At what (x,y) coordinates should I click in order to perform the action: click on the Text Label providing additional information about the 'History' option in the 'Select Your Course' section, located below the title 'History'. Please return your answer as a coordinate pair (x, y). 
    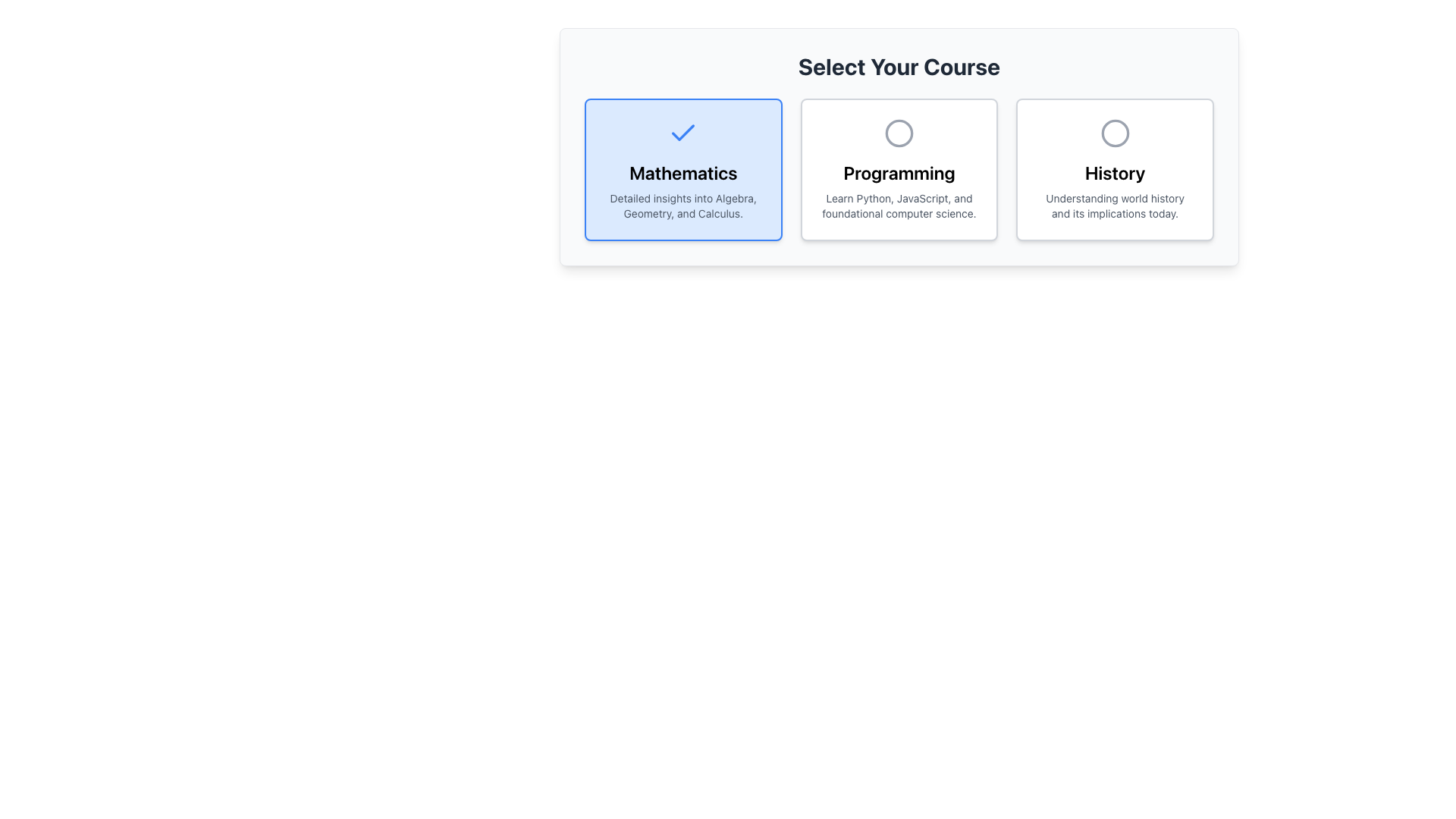
    Looking at the image, I should click on (1115, 206).